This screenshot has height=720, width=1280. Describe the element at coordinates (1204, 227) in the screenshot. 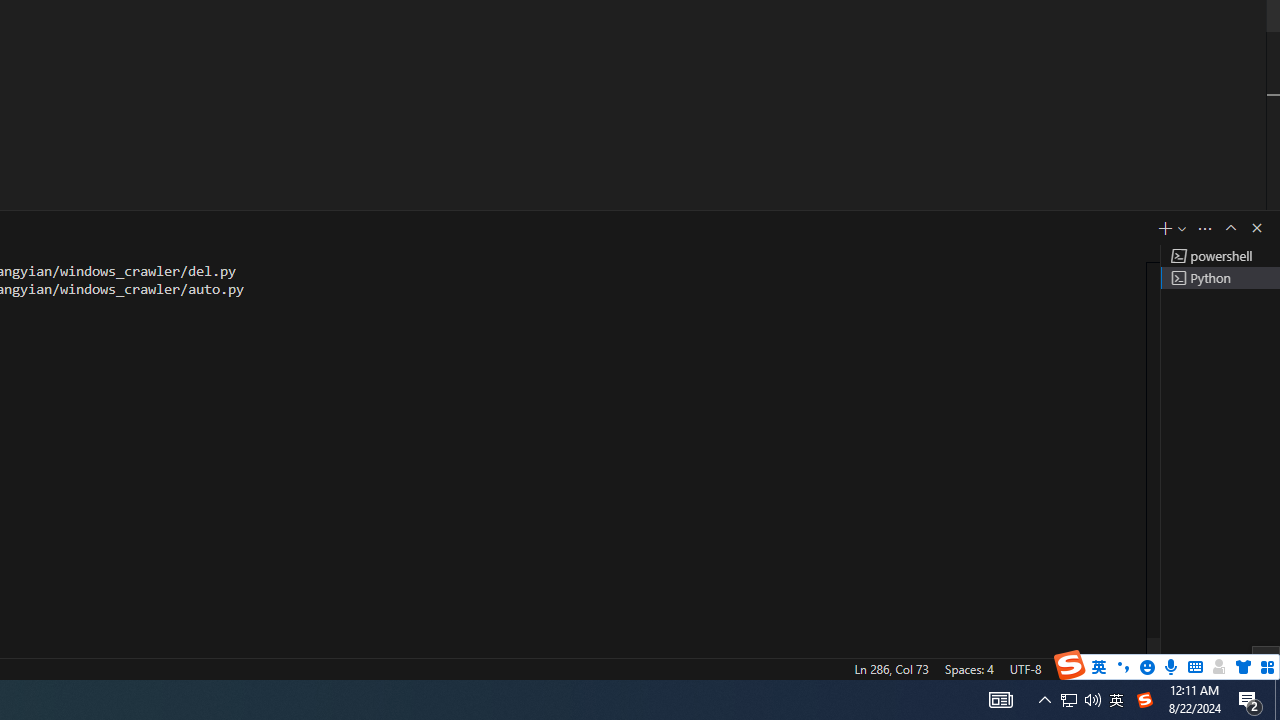

I see `'Views and More Actions...'` at that location.